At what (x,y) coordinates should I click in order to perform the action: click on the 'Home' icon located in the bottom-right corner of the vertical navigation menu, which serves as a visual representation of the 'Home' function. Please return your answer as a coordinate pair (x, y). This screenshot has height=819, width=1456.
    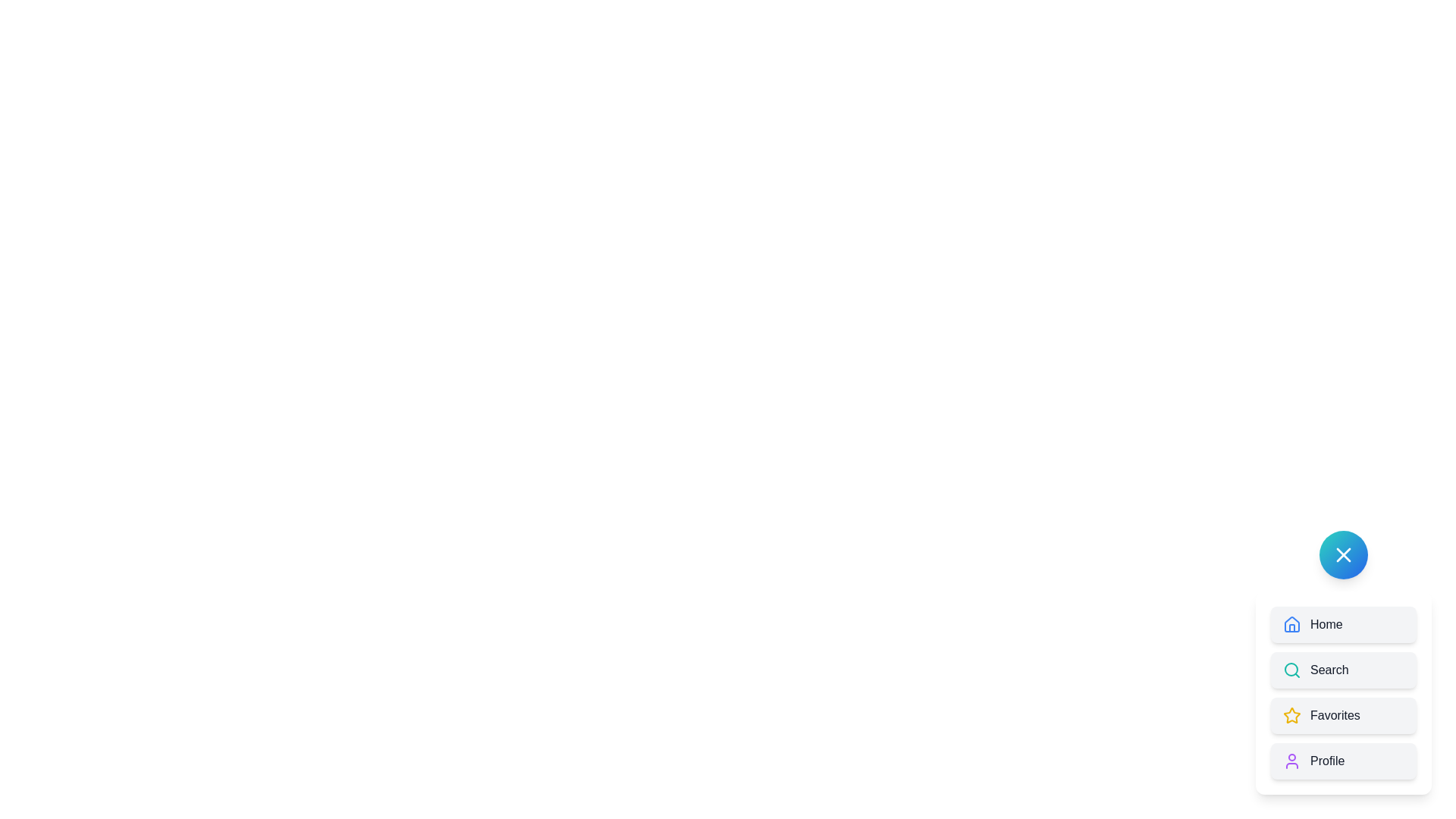
    Looking at the image, I should click on (1291, 625).